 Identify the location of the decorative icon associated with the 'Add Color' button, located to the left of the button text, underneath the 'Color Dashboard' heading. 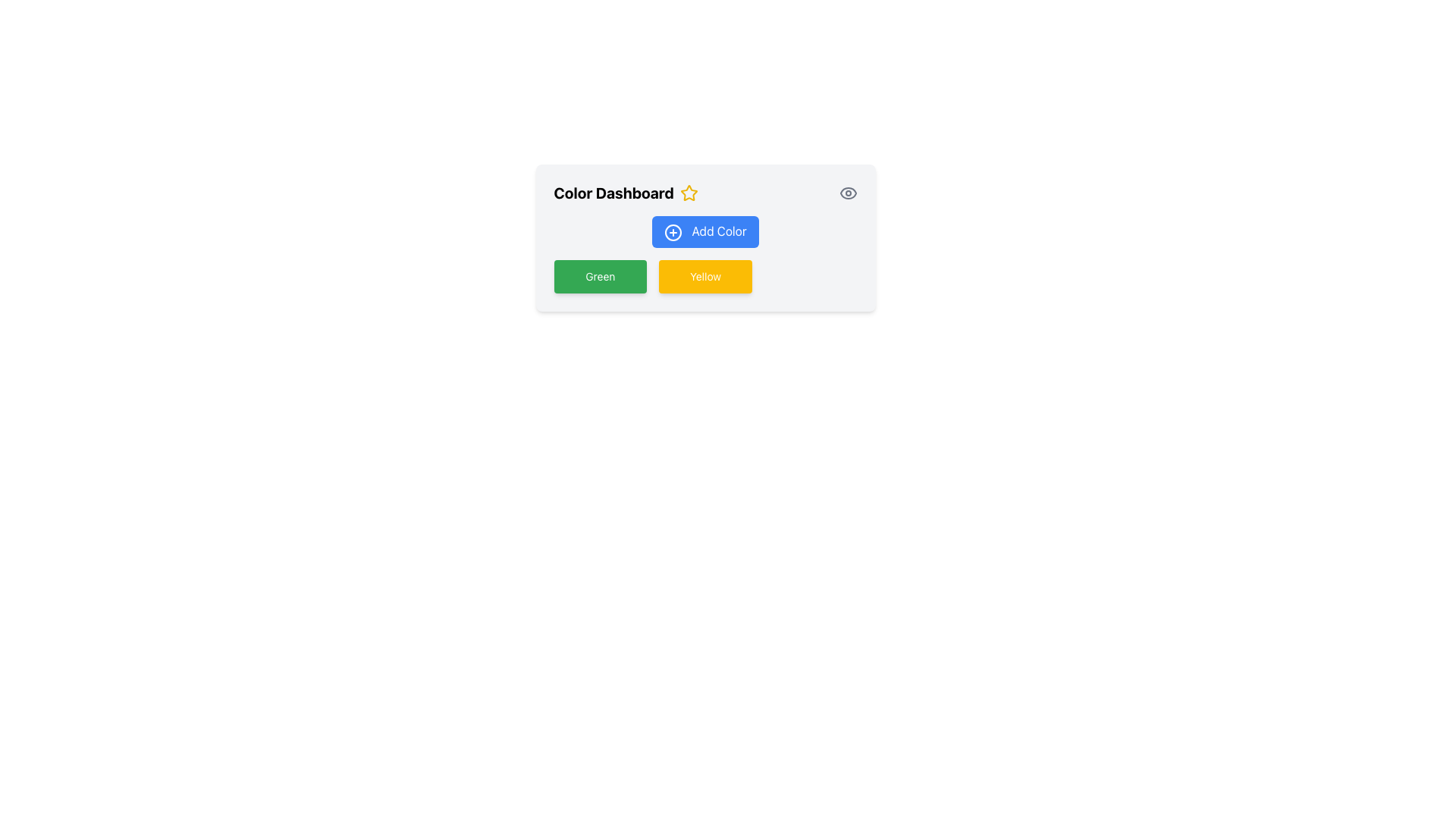
(673, 232).